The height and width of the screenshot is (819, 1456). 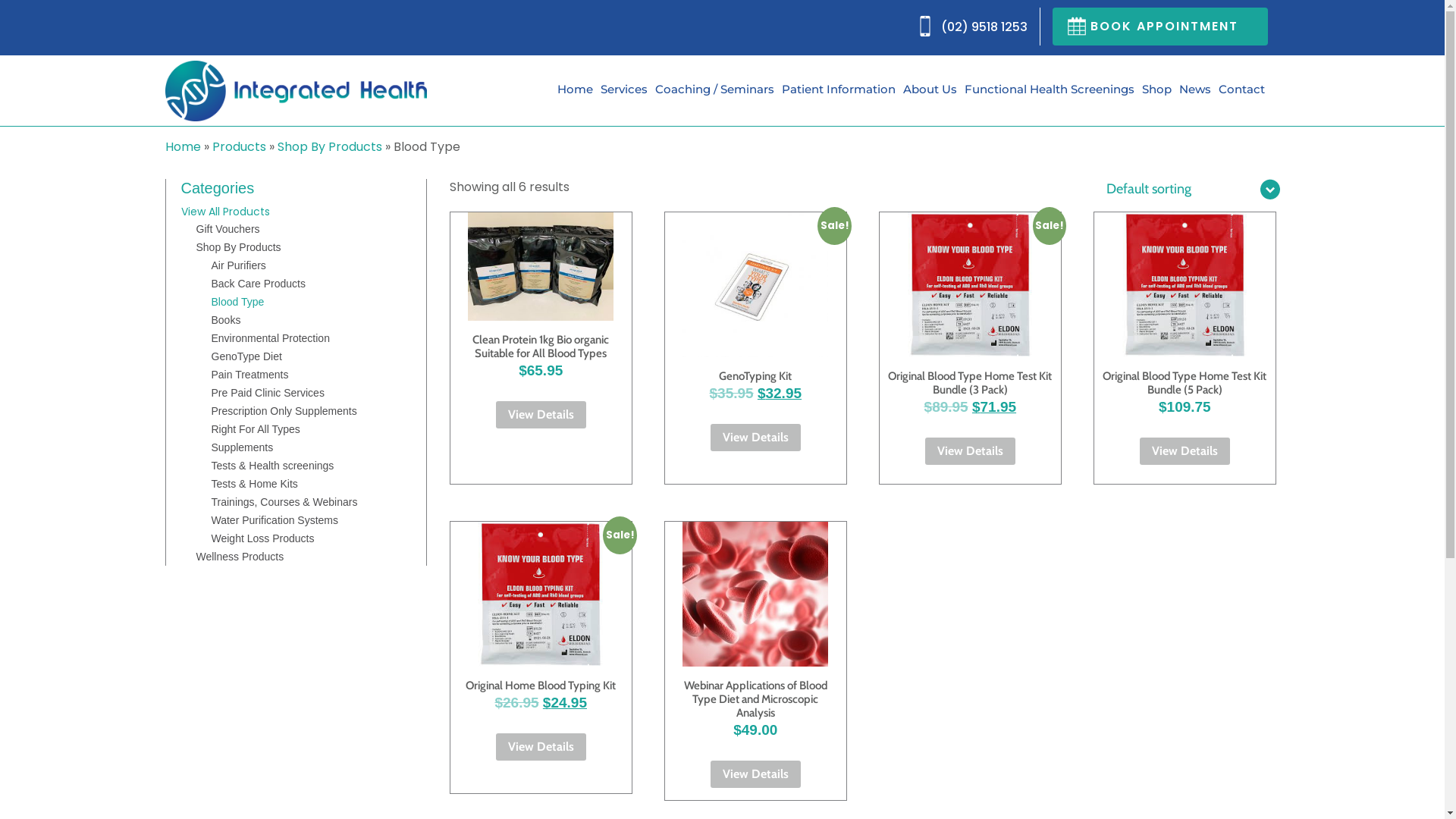 I want to click on 'Books', so click(x=224, y=318).